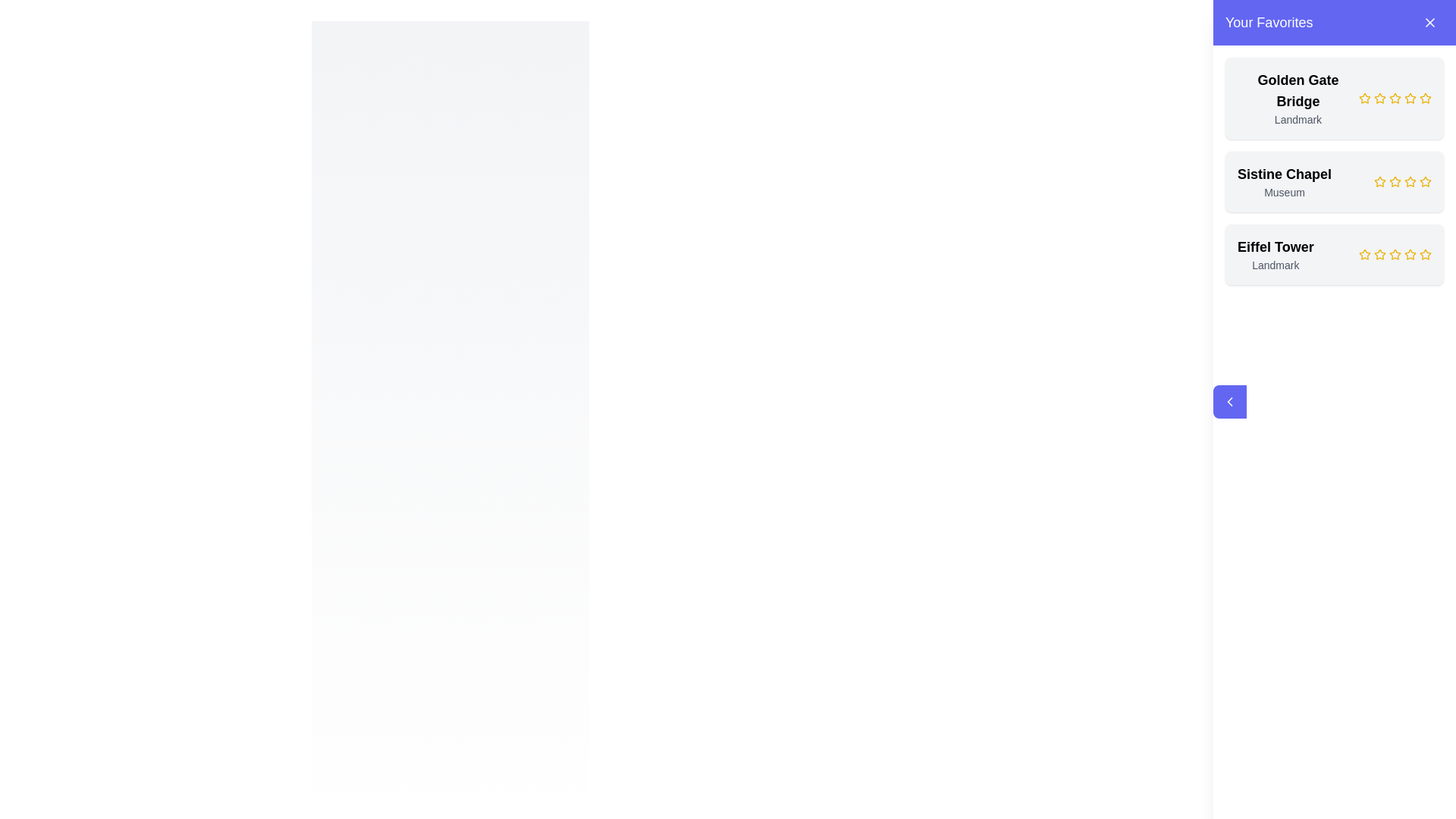 The width and height of the screenshot is (1456, 819). What do you see at coordinates (1275, 253) in the screenshot?
I see `the text label that identifies the 'Eiffel Tower' as a 'Landmark' located in the upper-left region of the bottom card in a list of saved items` at bounding box center [1275, 253].